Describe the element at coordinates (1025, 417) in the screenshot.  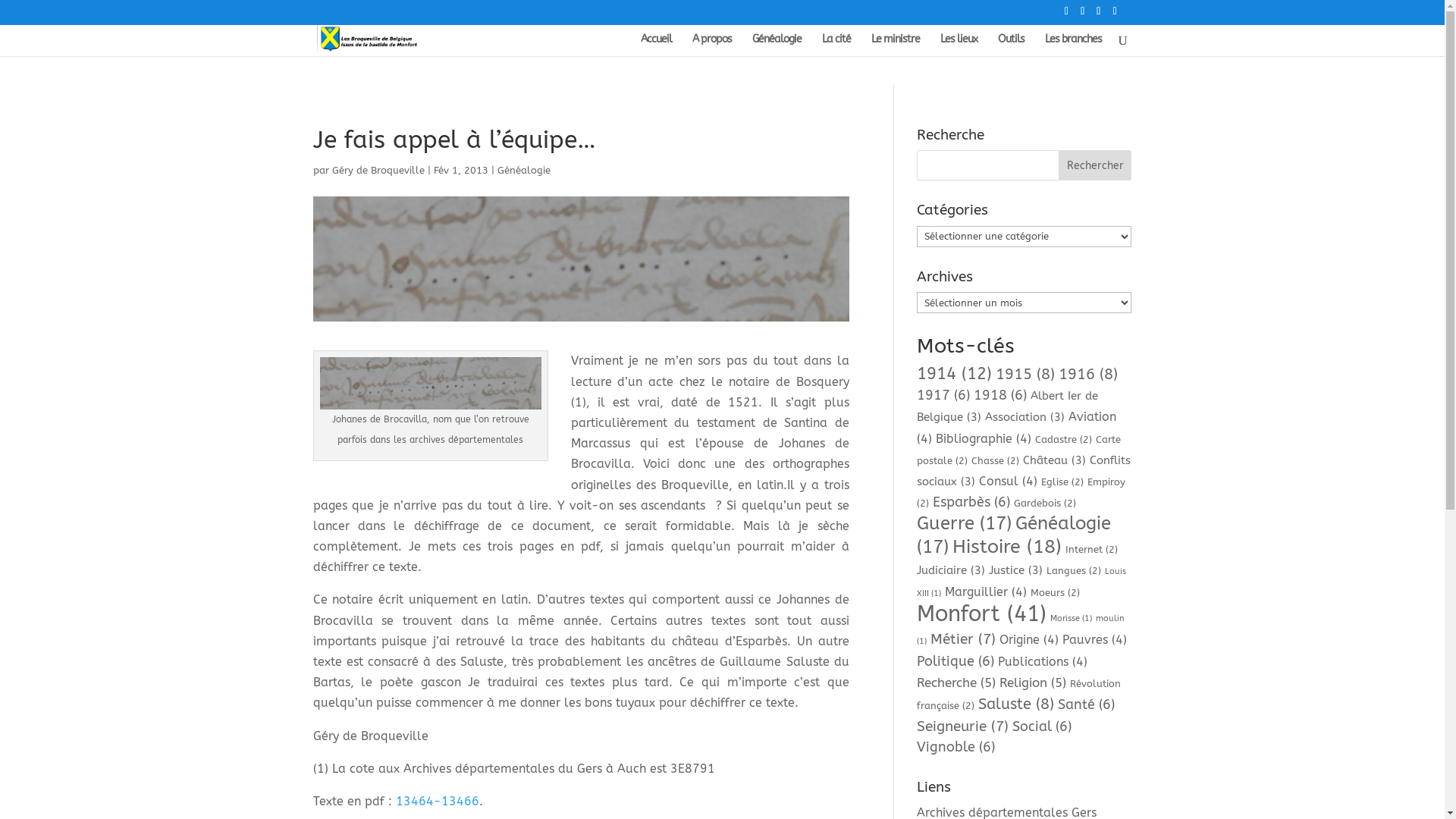
I see `'Association (3)'` at that location.